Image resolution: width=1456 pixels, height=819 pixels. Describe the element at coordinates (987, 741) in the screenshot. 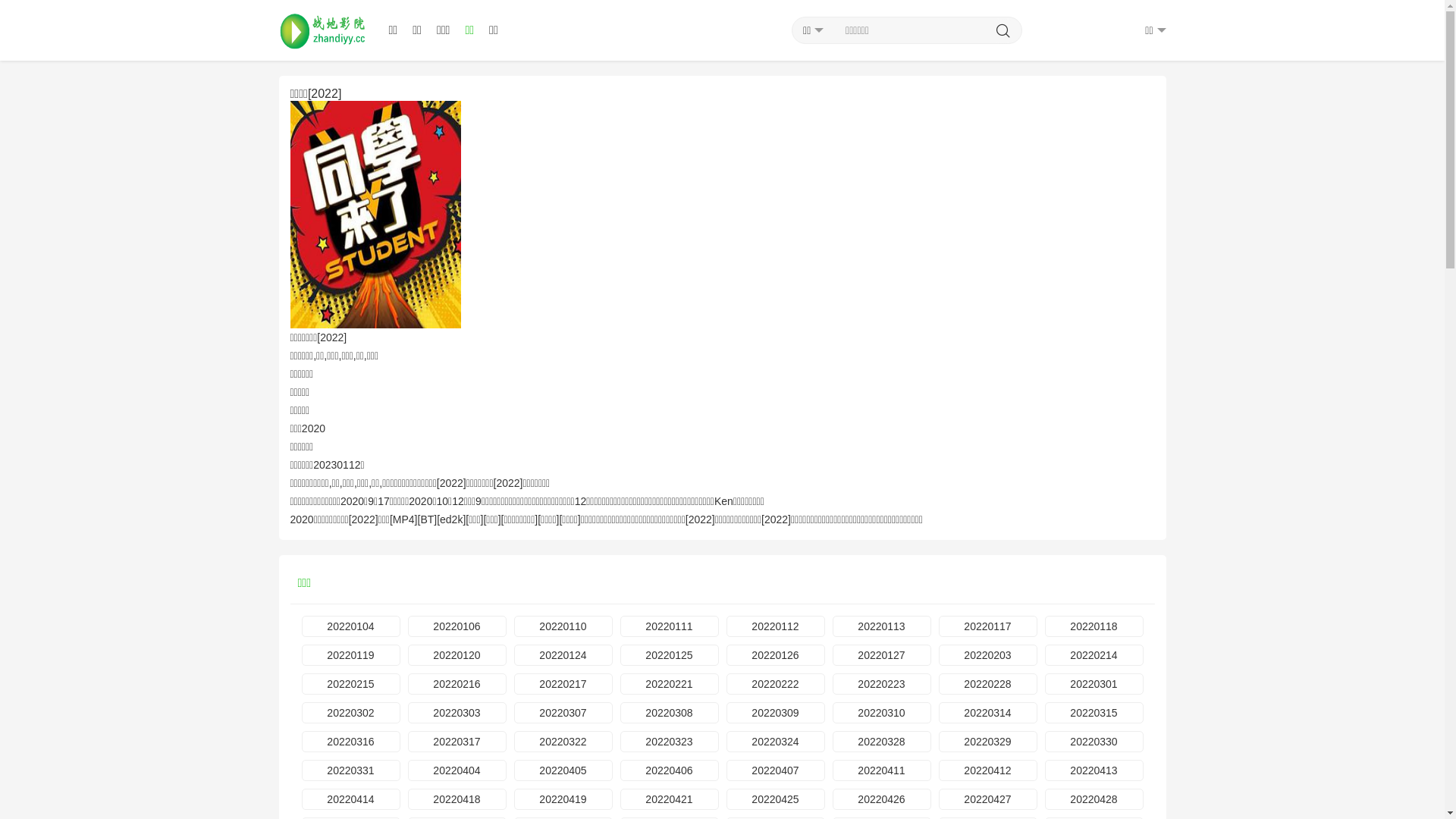

I see `'20220329'` at that location.